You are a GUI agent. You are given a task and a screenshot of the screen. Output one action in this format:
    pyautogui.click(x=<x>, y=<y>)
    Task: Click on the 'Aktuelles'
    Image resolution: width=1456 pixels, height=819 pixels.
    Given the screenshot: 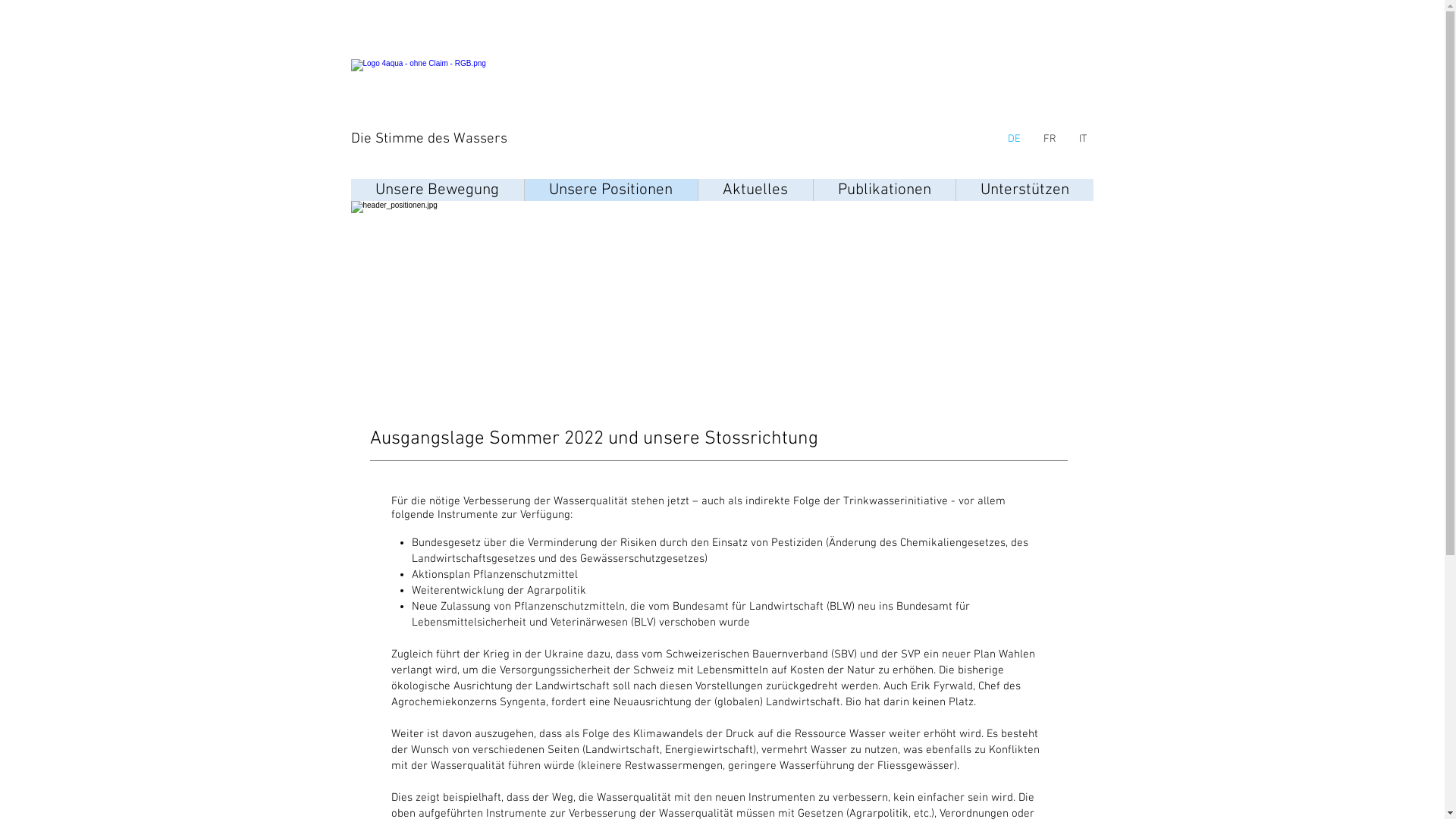 What is the action you would take?
    pyautogui.click(x=697, y=189)
    